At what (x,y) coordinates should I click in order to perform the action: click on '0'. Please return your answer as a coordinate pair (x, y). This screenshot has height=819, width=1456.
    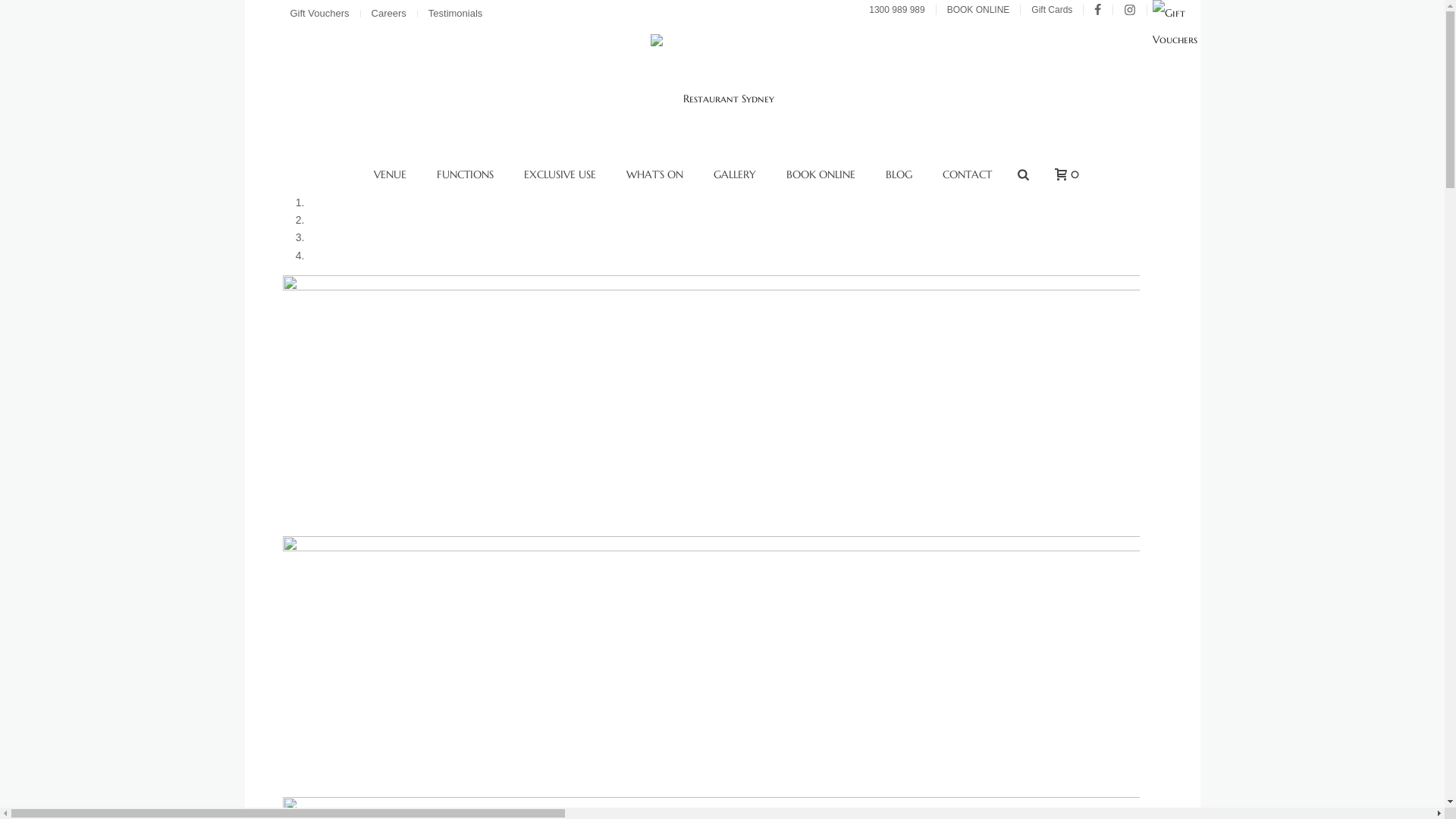
    Looking at the image, I should click on (1062, 174).